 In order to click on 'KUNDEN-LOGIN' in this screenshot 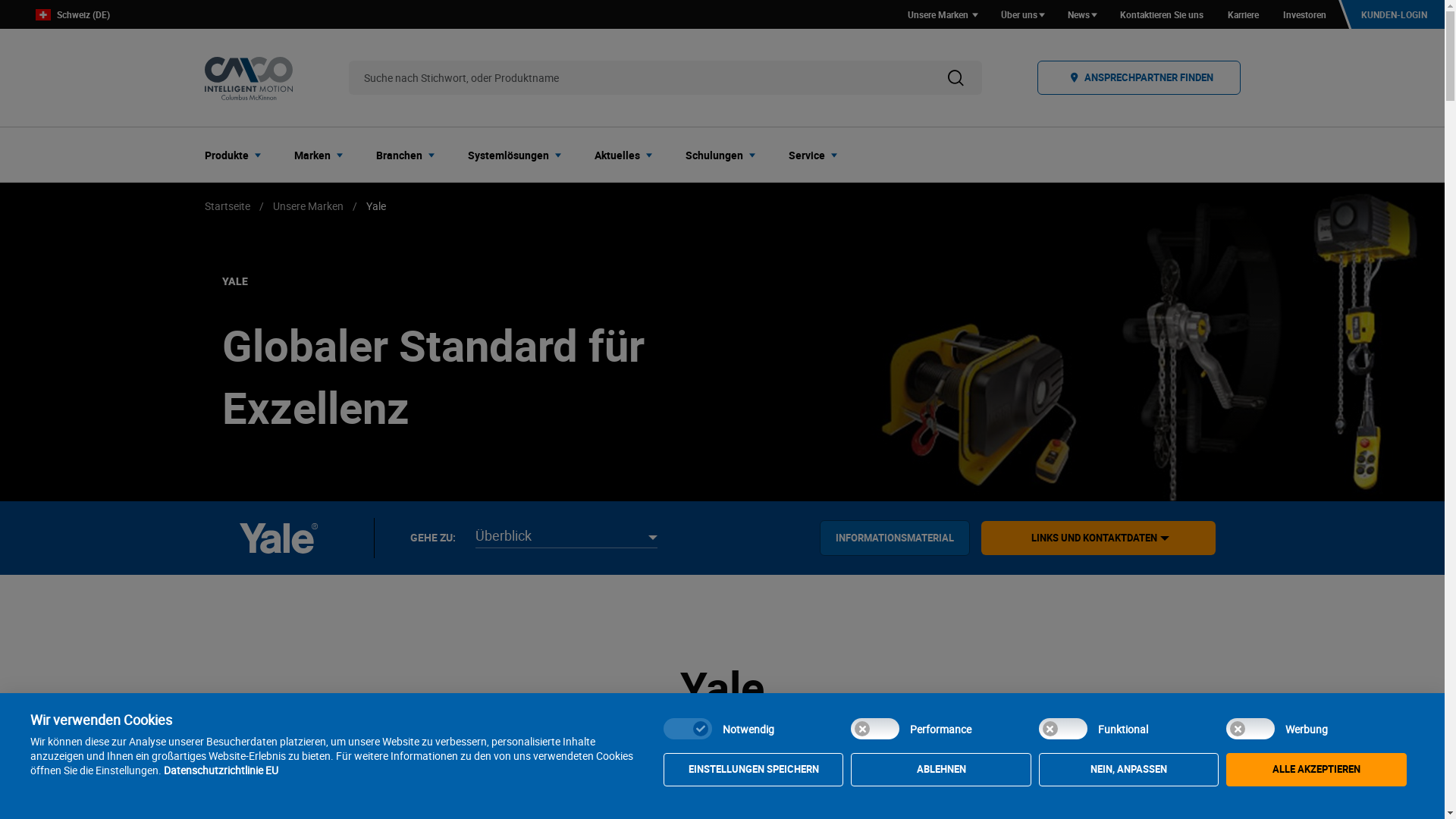, I will do `click(1391, 14)`.